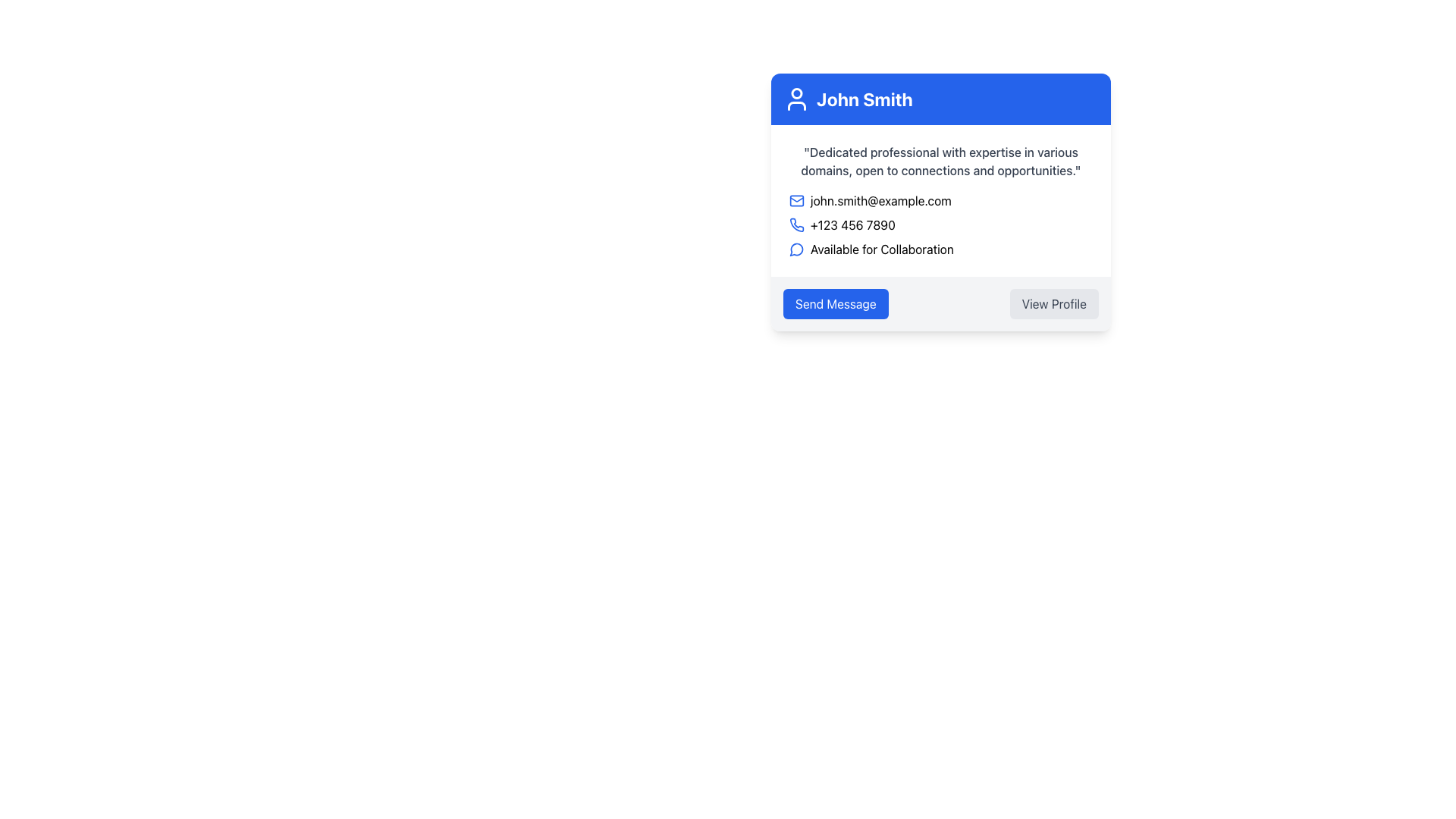  Describe the element at coordinates (864, 99) in the screenshot. I see `the text element displaying 'John Smith' in bold white font against a blue background, located in the blue header bar of the card structure` at that location.